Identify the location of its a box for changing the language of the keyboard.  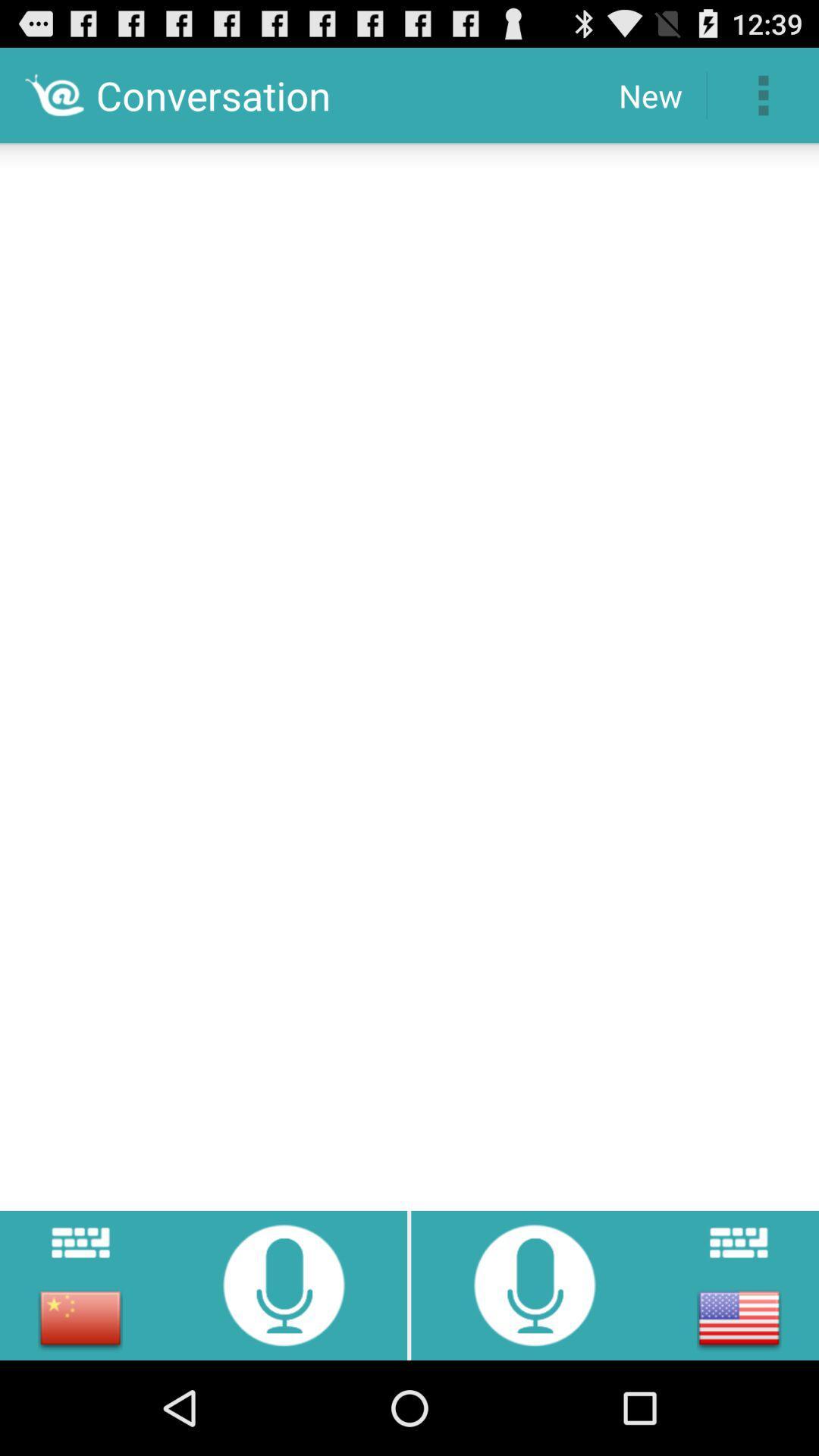
(80, 1317).